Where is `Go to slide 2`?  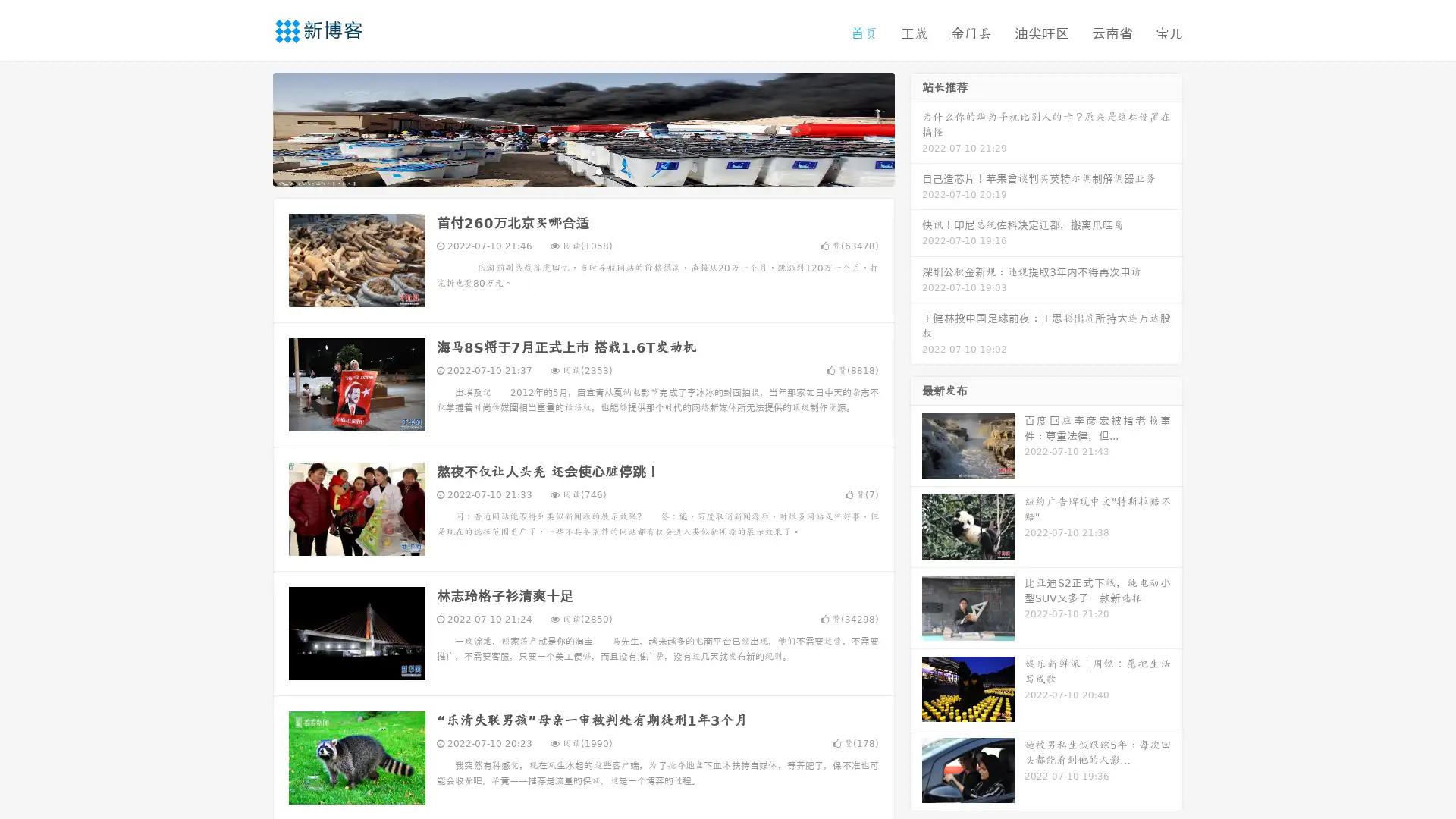
Go to slide 2 is located at coordinates (582, 171).